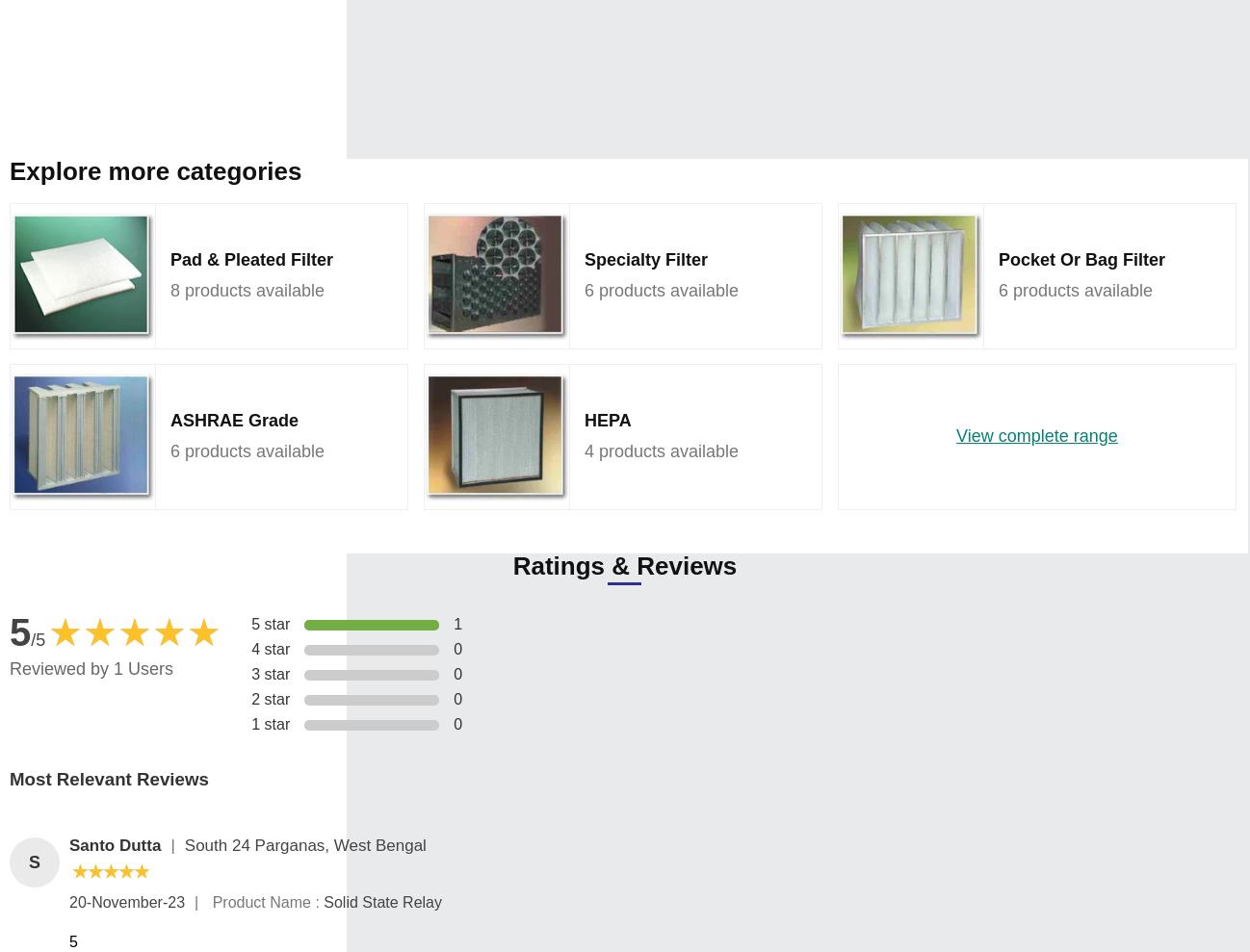 The width and height of the screenshot is (1250, 952). I want to click on 'South 24 Parganas, West Bengal', so click(303, 845).